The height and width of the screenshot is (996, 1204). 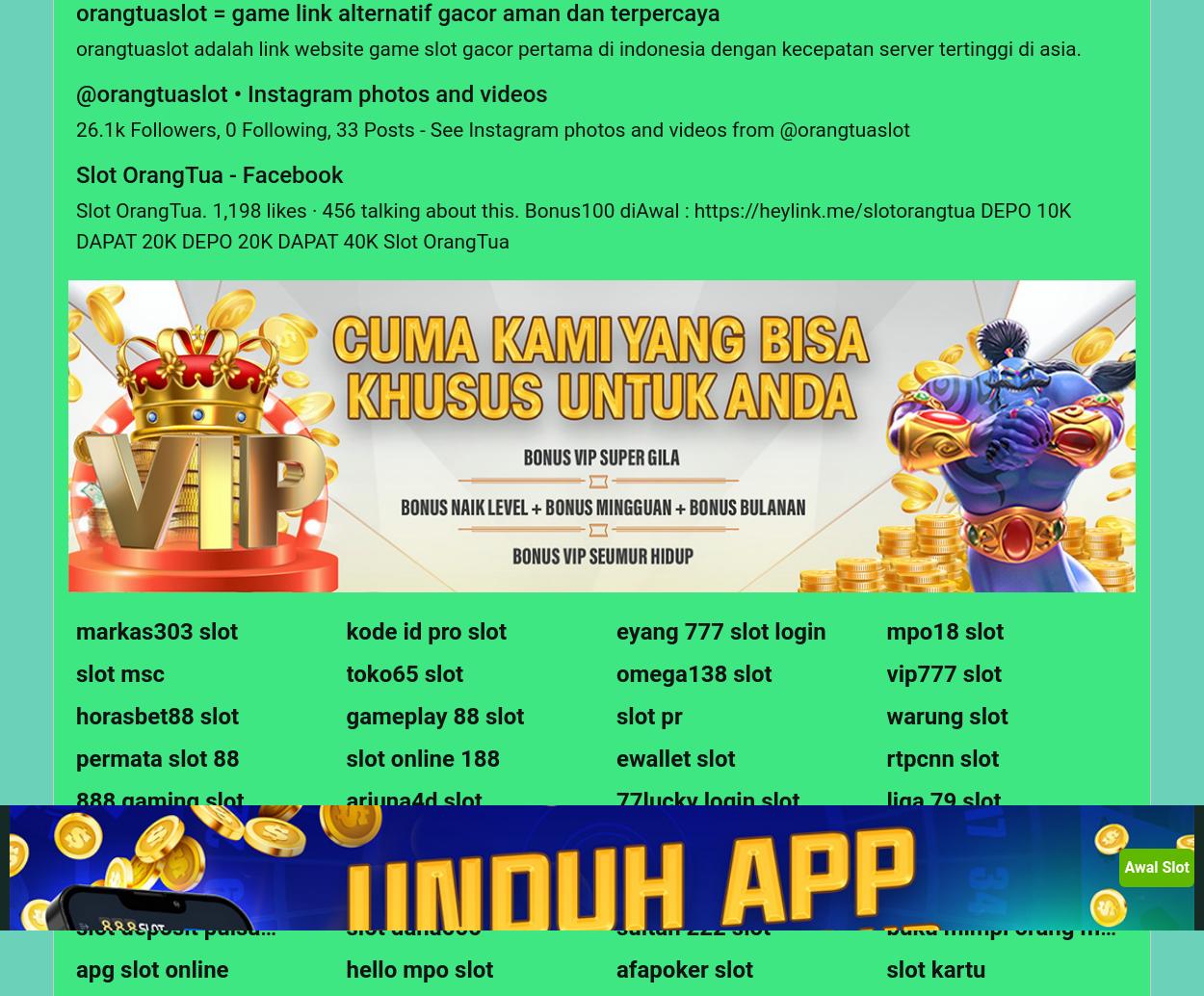 I want to click on 'rtpcnn slot', so click(x=886, y=756).